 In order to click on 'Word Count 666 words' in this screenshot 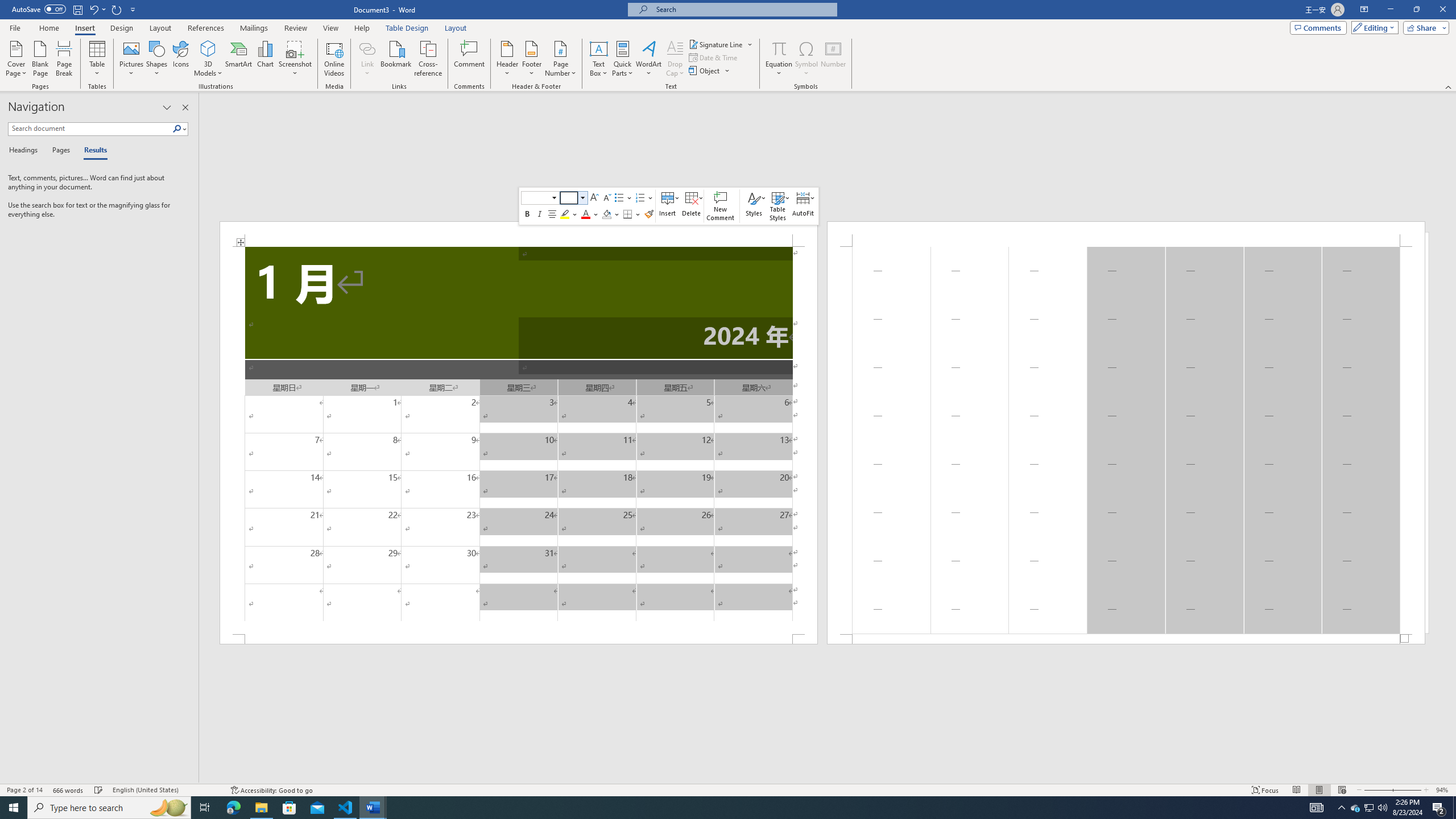, I will do `click(69, 790)`.